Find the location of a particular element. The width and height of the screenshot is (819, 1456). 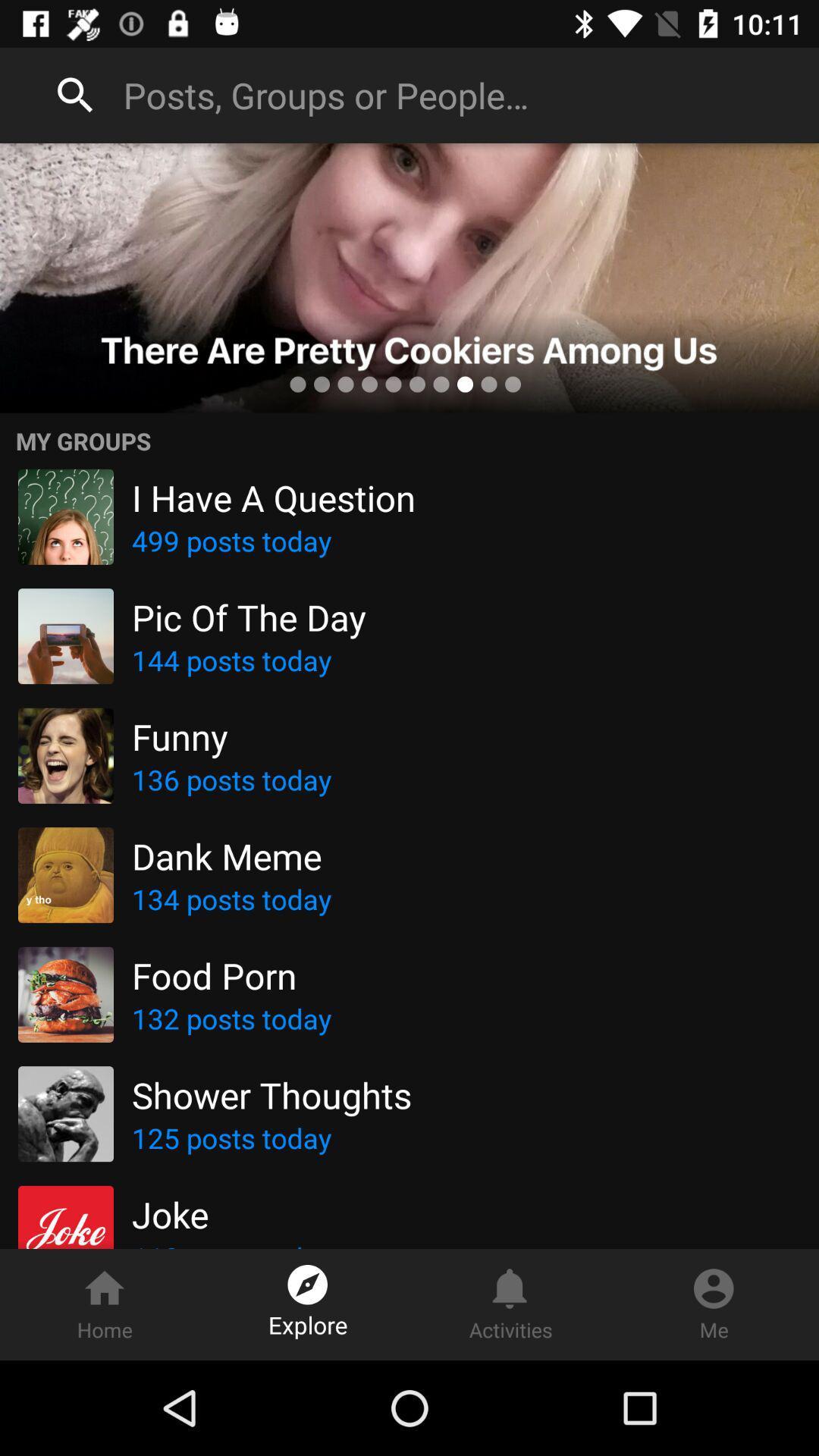

sixth image from bottom is located at coordinates (65, 636).